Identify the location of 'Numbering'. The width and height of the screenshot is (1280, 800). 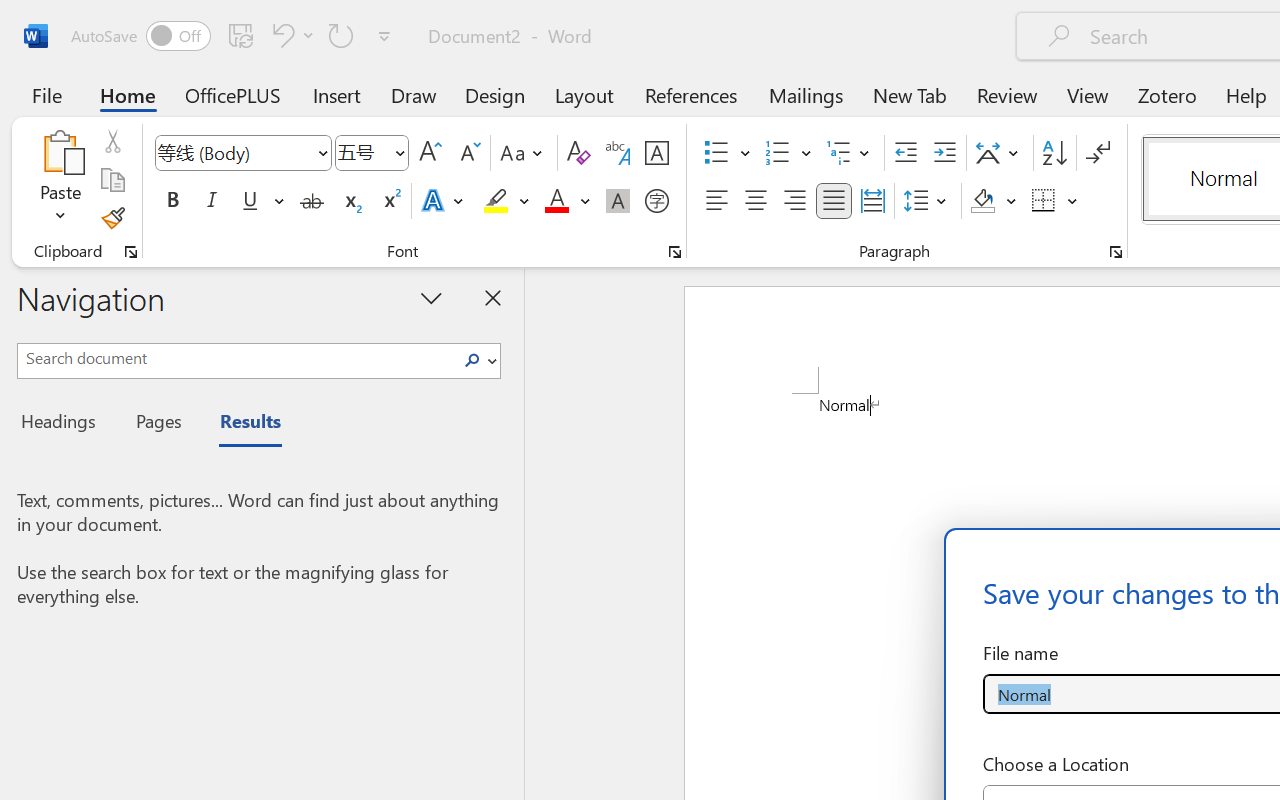
(777, 153).